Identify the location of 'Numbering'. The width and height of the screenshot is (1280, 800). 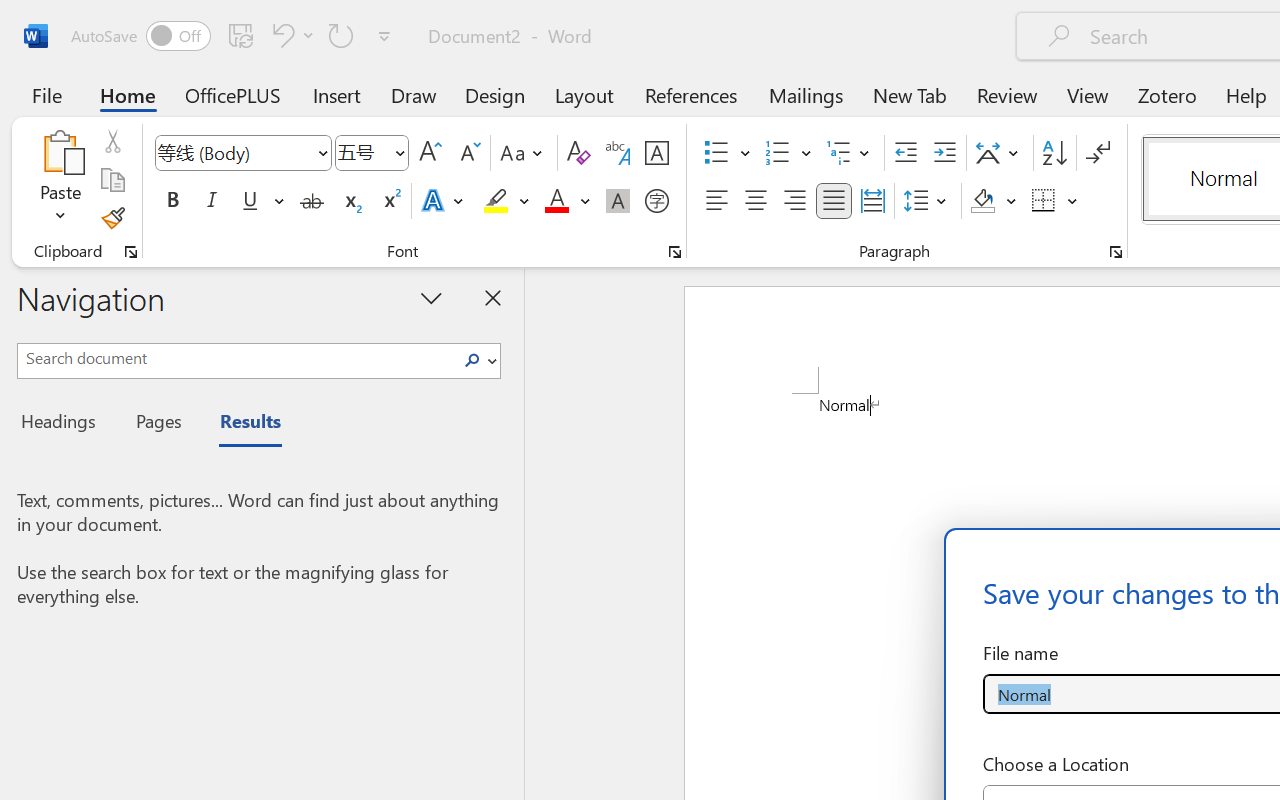
(777, 153).